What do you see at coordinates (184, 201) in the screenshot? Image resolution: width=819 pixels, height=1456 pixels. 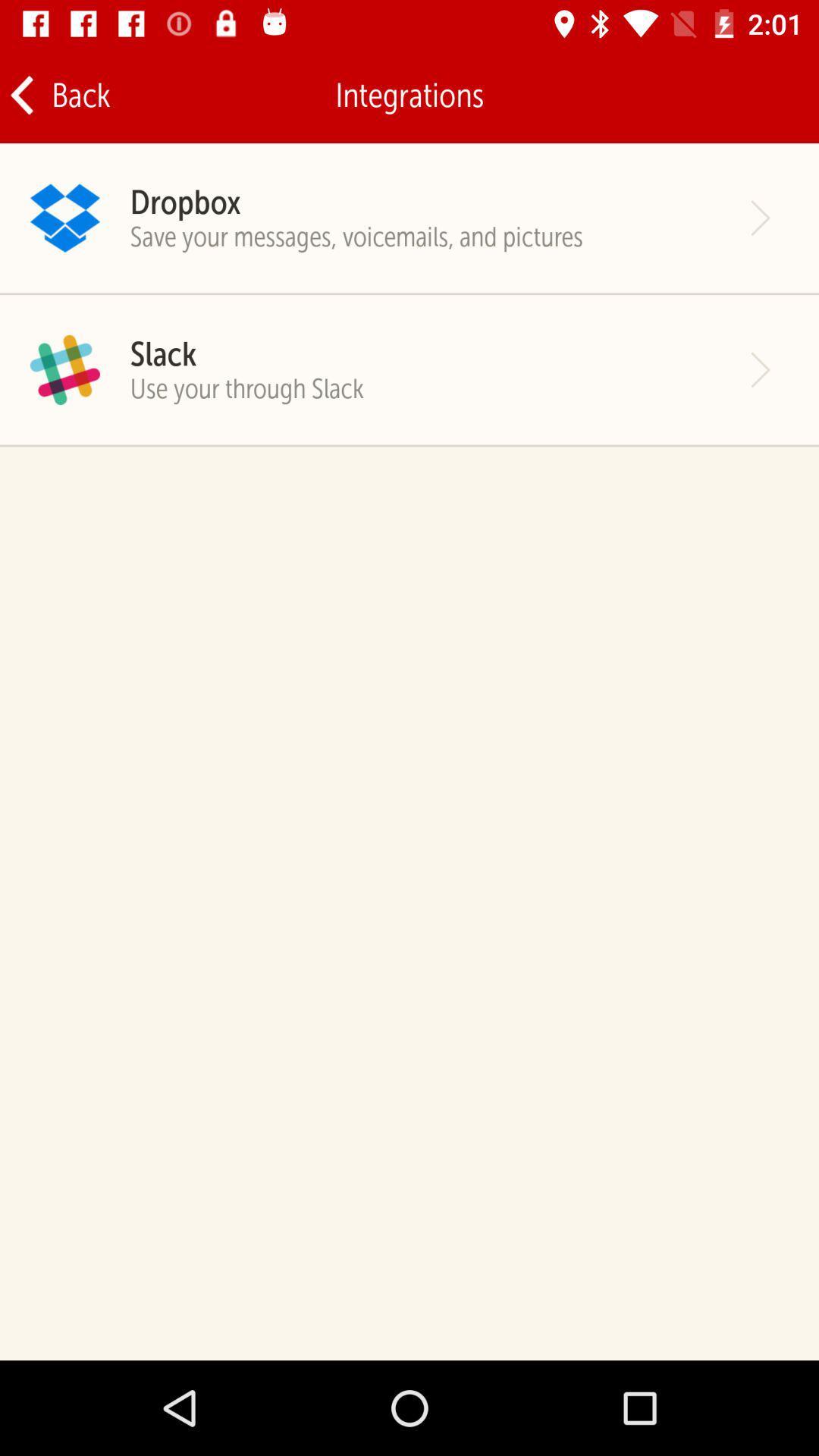 I see `dropbox item` at bounding box center [184, 201].